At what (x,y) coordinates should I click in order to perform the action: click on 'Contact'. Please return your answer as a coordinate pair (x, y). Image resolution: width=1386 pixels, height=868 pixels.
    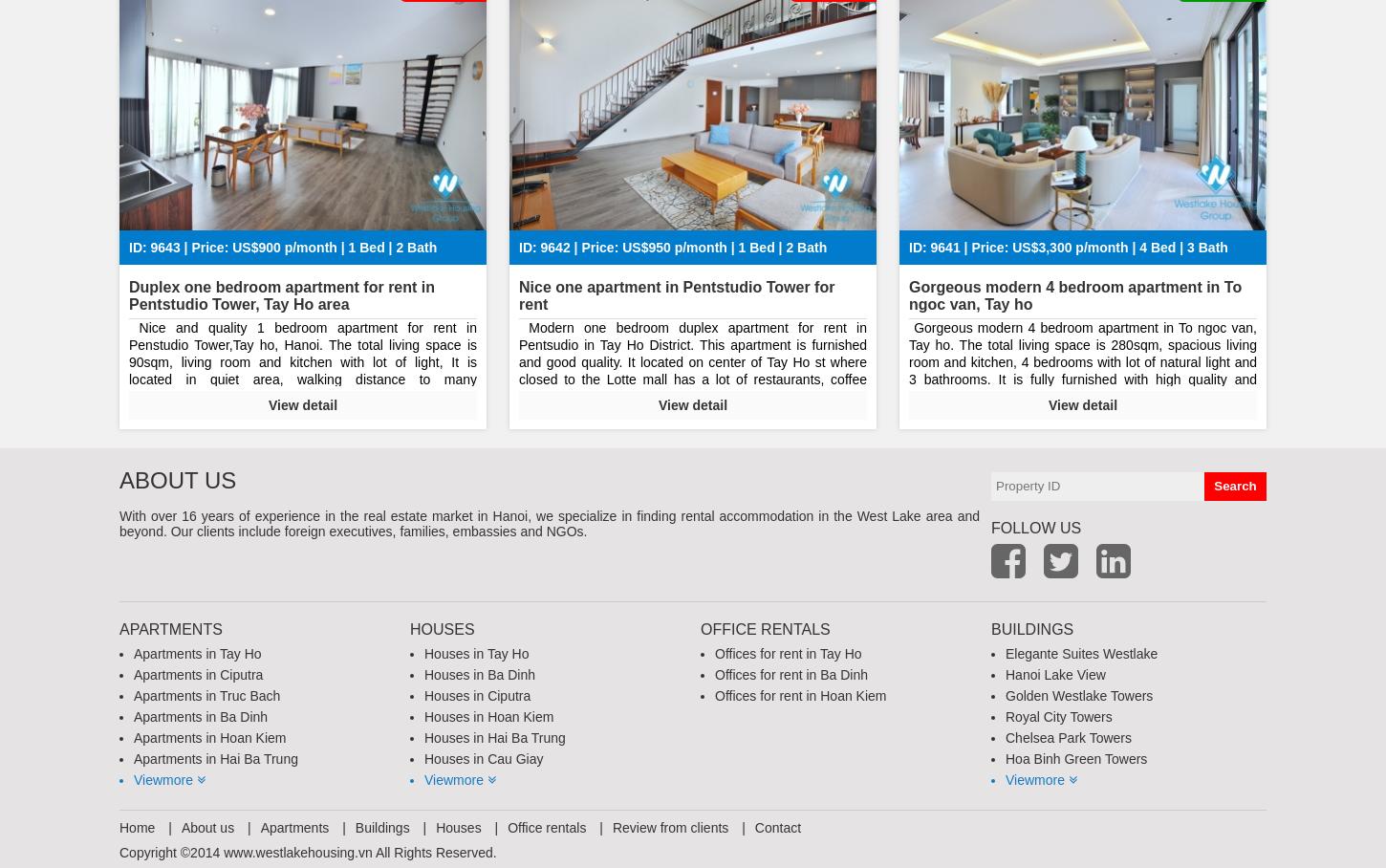
    Looking at the image, I should click on (777, 825).